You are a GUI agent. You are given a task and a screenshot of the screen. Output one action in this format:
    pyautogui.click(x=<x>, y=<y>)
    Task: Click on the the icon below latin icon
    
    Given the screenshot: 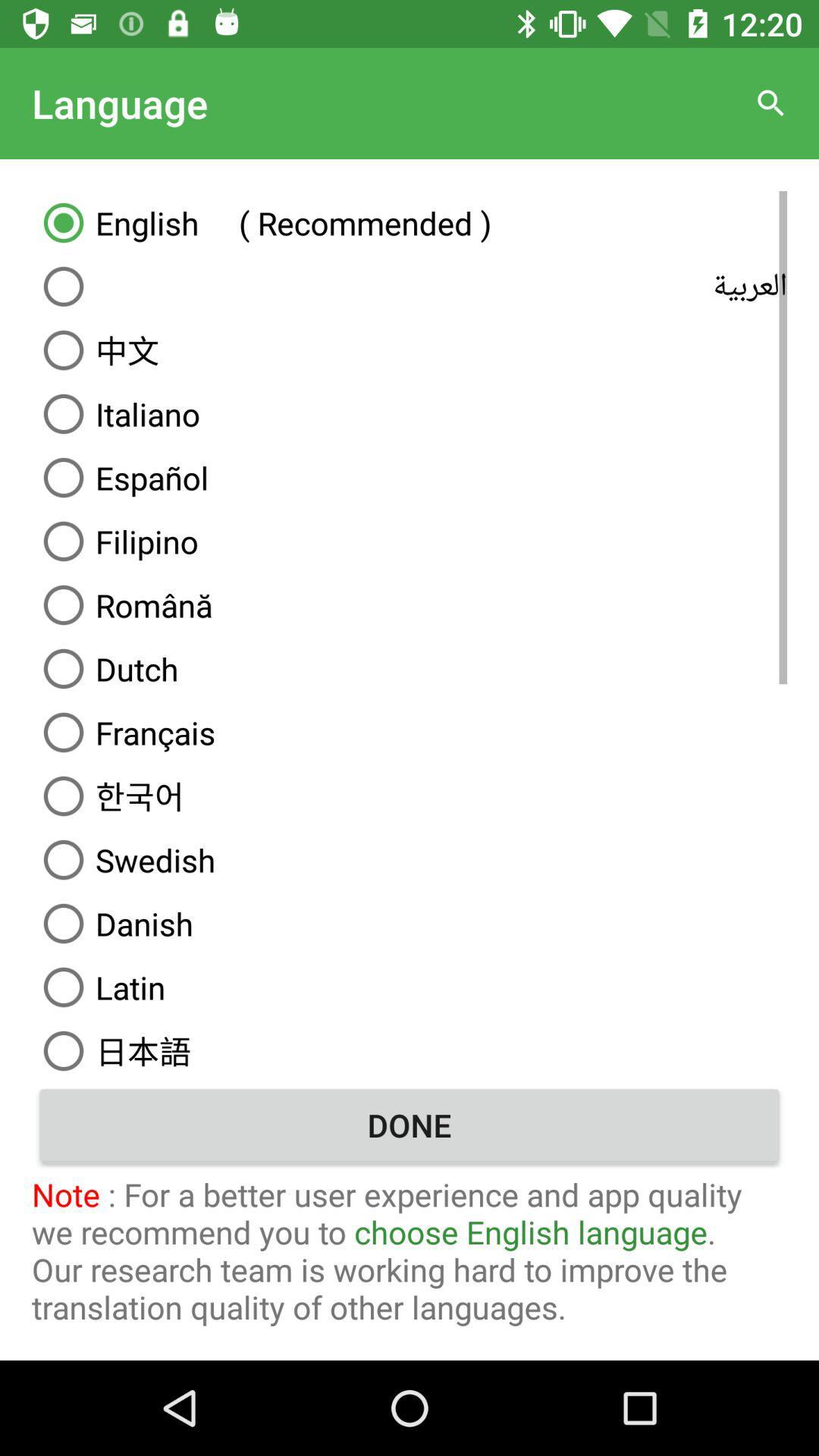 What is the action you would take?
    pyautogui.click(x=409, y=1047)
    